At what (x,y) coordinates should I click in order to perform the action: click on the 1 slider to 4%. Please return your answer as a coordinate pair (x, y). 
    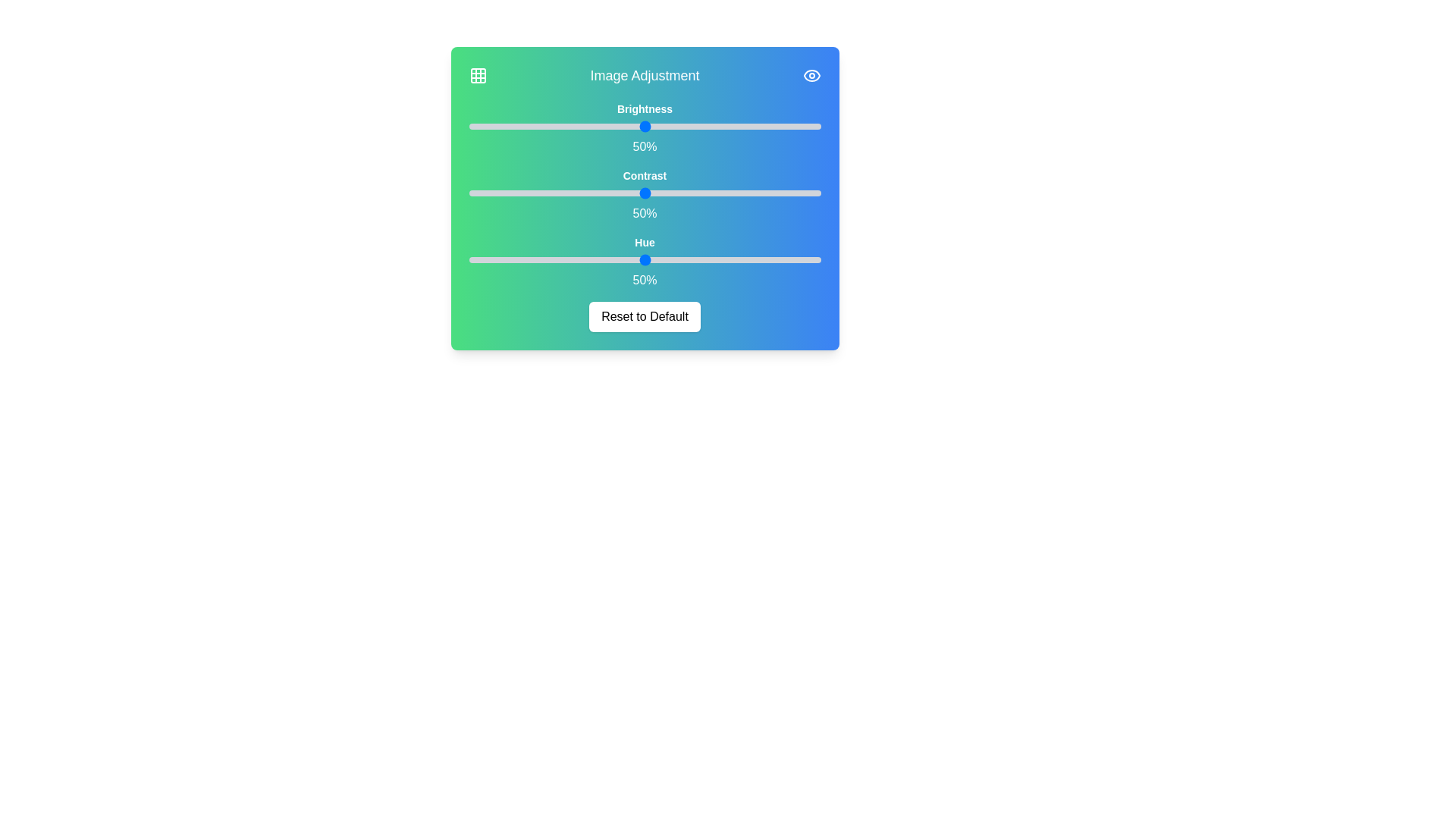
    Looking at the image, I should click on (658, 192).